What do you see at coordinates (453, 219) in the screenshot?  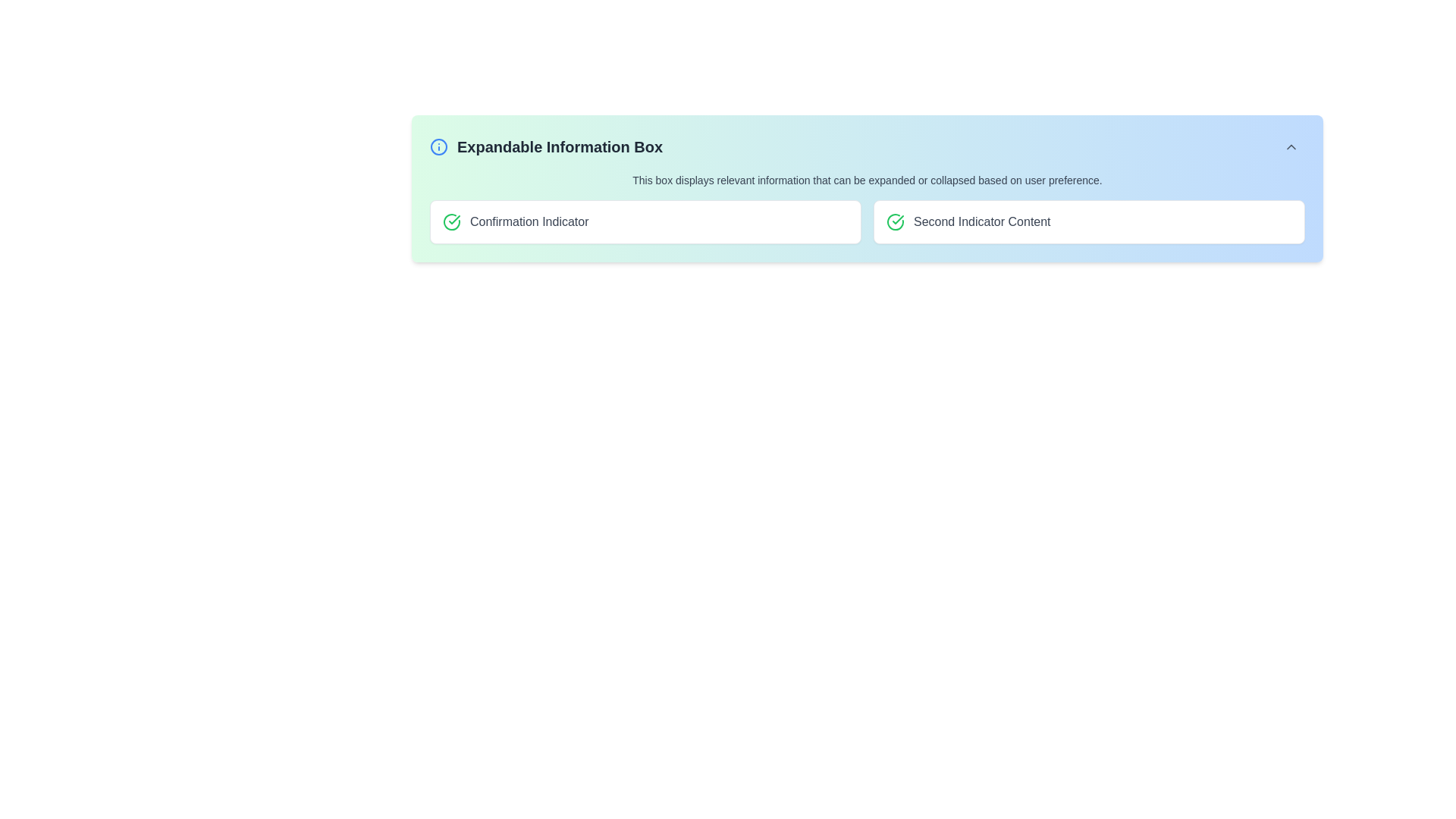 I see `the green circular icon labeled 'Confirmation Indicator' which serves as a success indicator` at bounding box center [453, 219].